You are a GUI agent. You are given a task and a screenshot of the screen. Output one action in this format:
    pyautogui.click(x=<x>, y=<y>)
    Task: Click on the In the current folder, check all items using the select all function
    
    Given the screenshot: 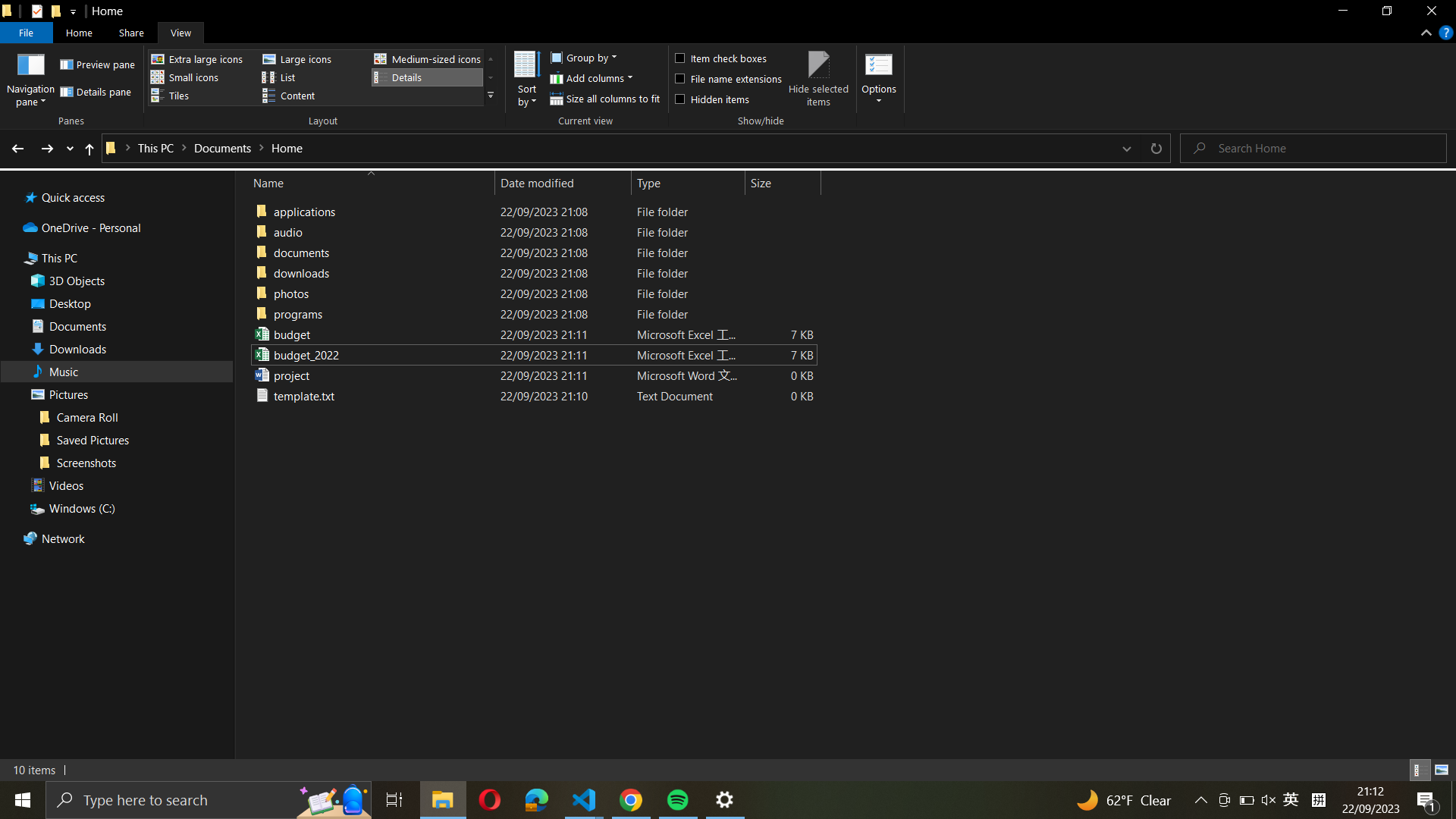 What is the action you would take?
    pyautogui.click(x=726, y=55)
    